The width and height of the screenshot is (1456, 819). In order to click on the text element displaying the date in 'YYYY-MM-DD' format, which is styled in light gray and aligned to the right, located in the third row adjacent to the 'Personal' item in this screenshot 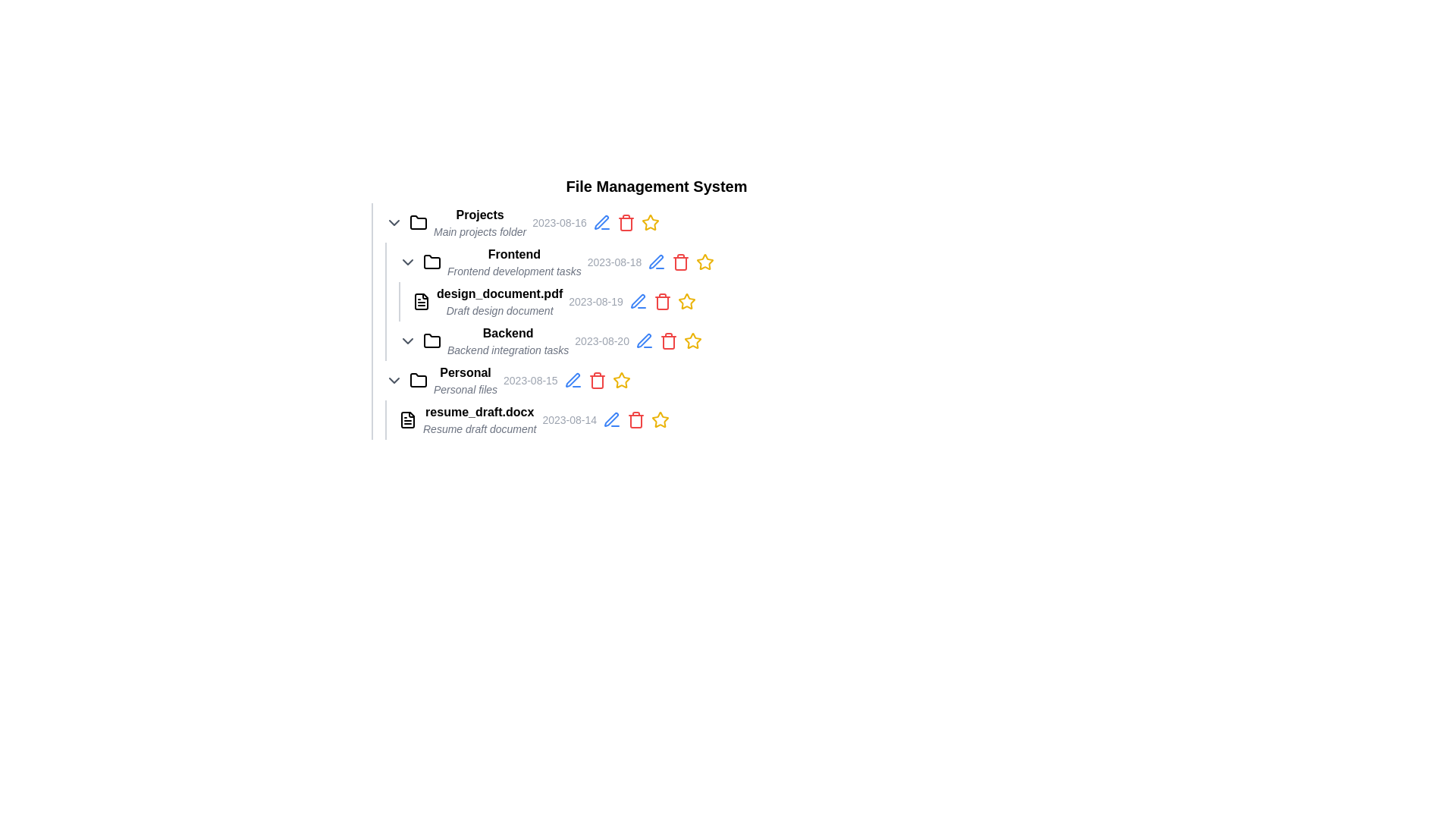, I will do `click(530, 379)`.